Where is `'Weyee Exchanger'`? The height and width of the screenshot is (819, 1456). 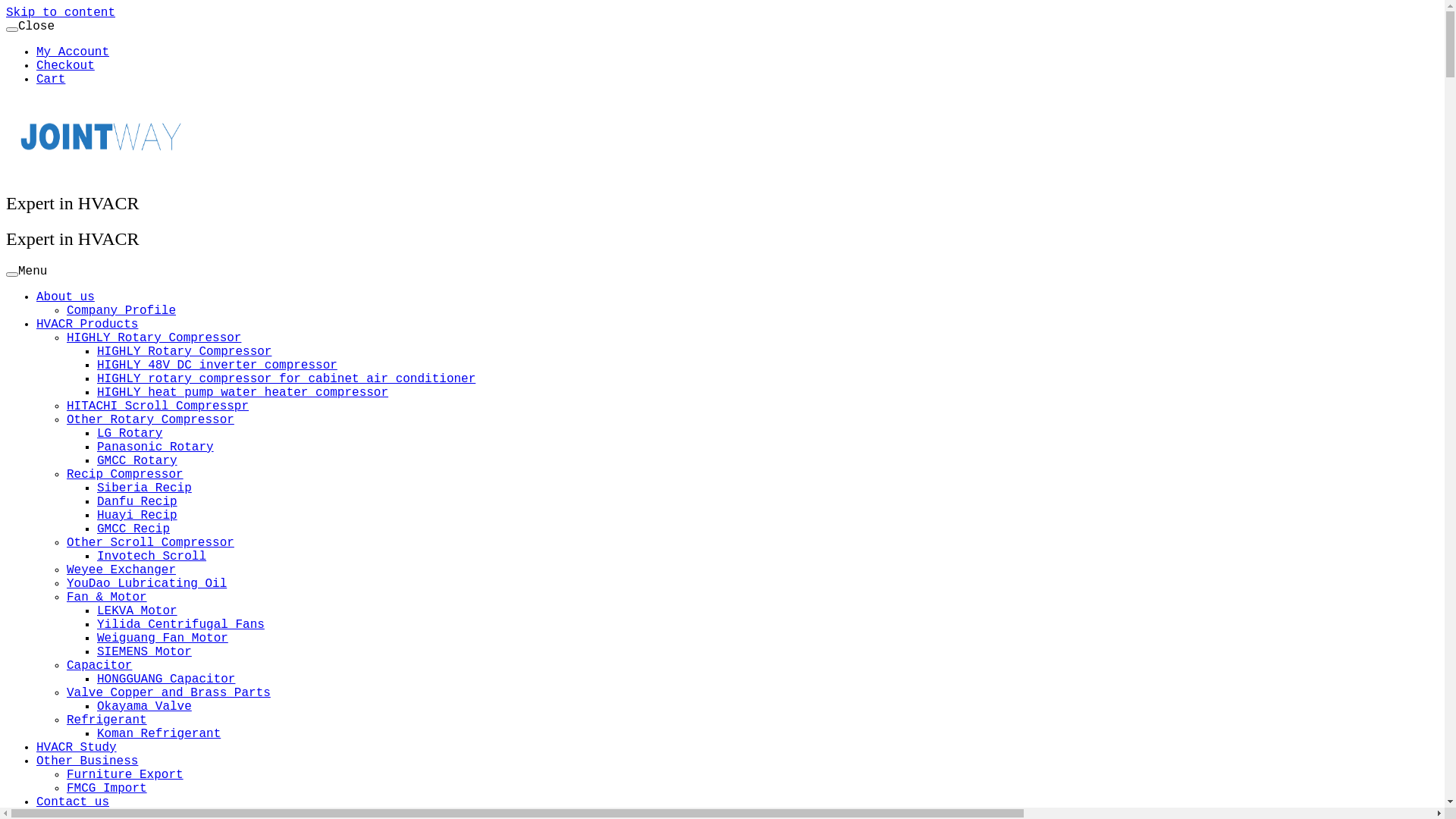
'Weyee Exchanger' is located at coordinates (65, 570).